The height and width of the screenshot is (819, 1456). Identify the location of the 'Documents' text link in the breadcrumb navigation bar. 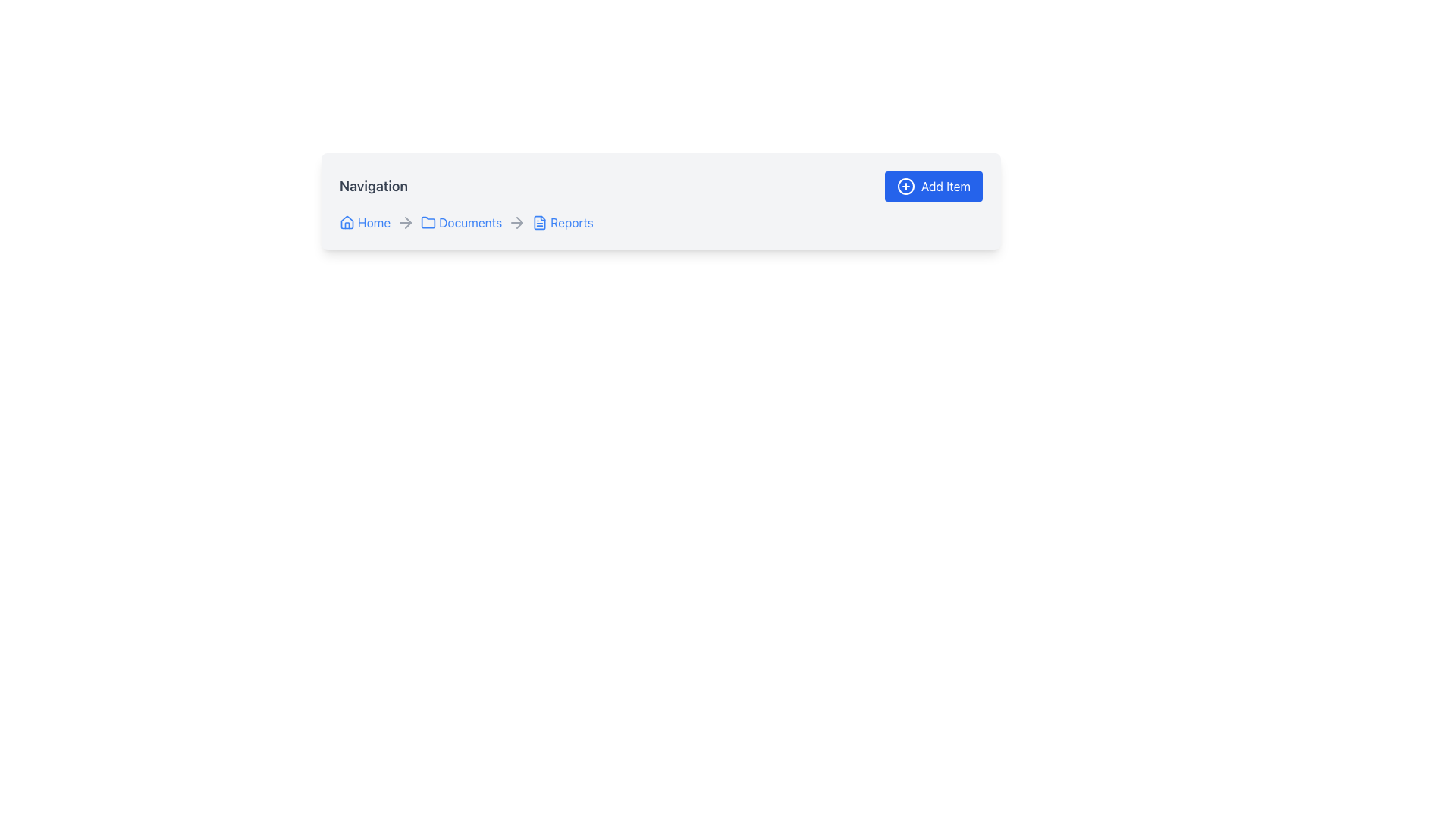
(469, 222).